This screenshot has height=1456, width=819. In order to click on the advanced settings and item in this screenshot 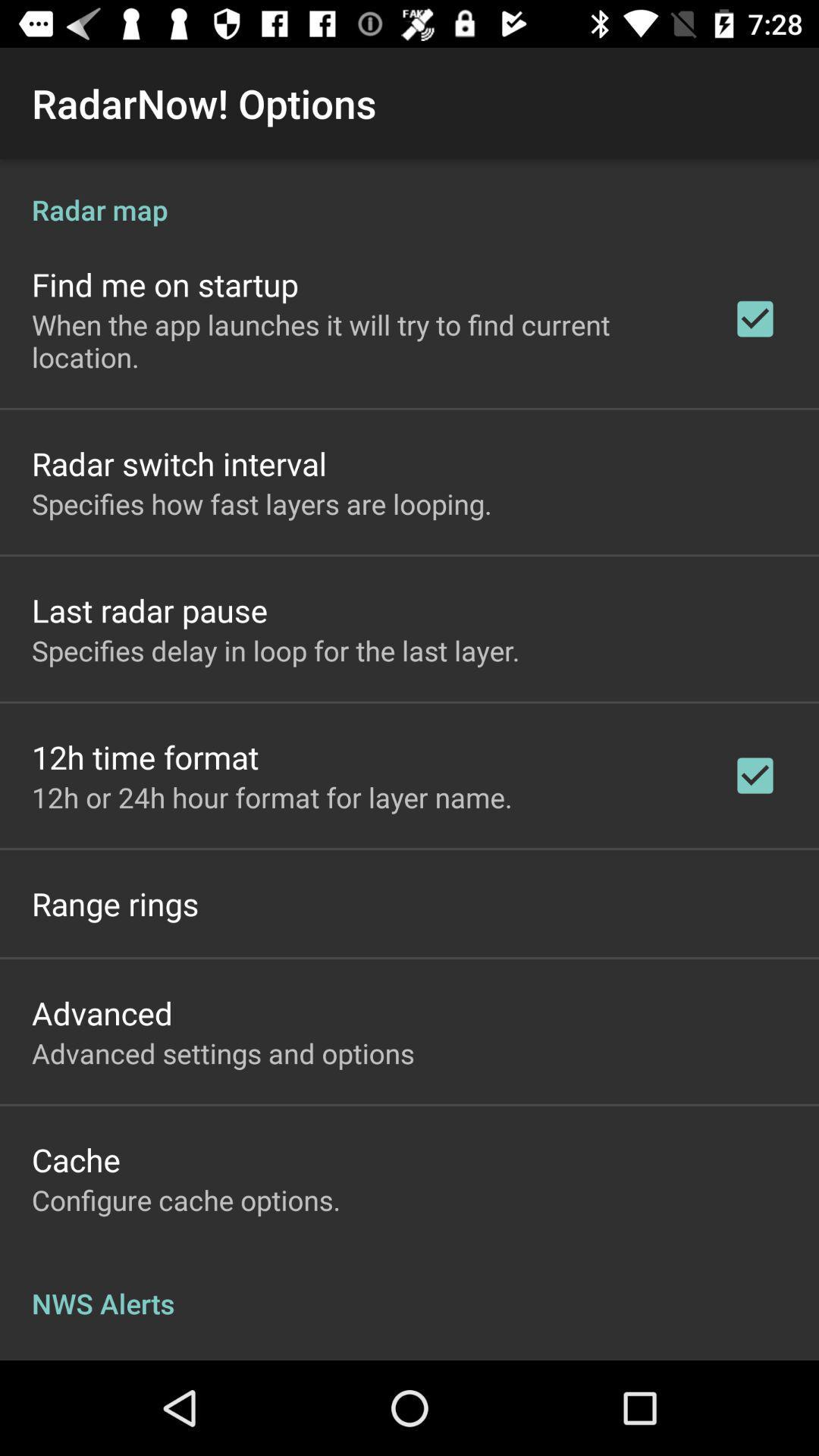, I will do `click(223, 1052)`.